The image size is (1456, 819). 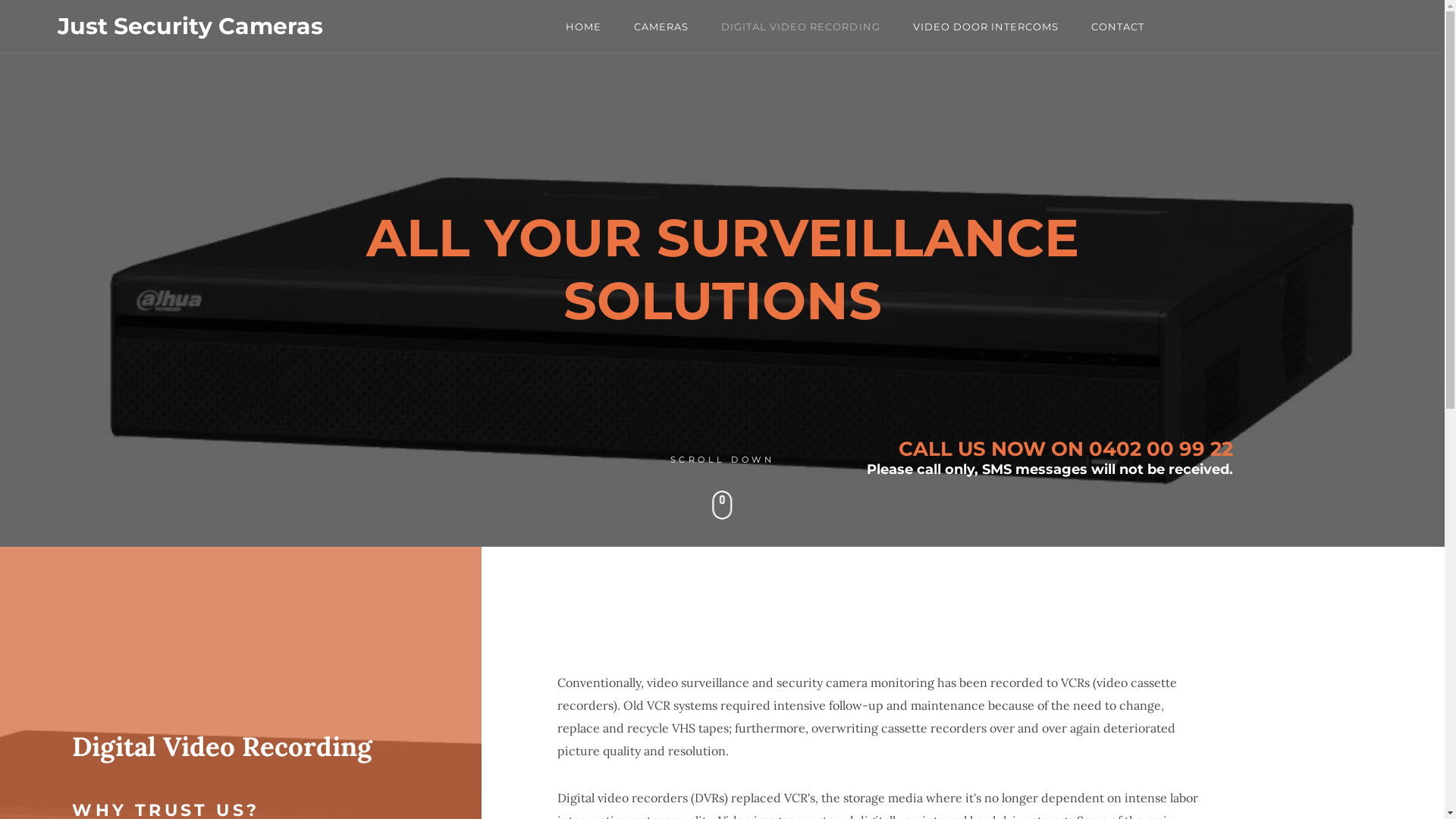 I want to click on 'CALL US NOW ON 0402 00 99 22', so click(x=1065, y=447).